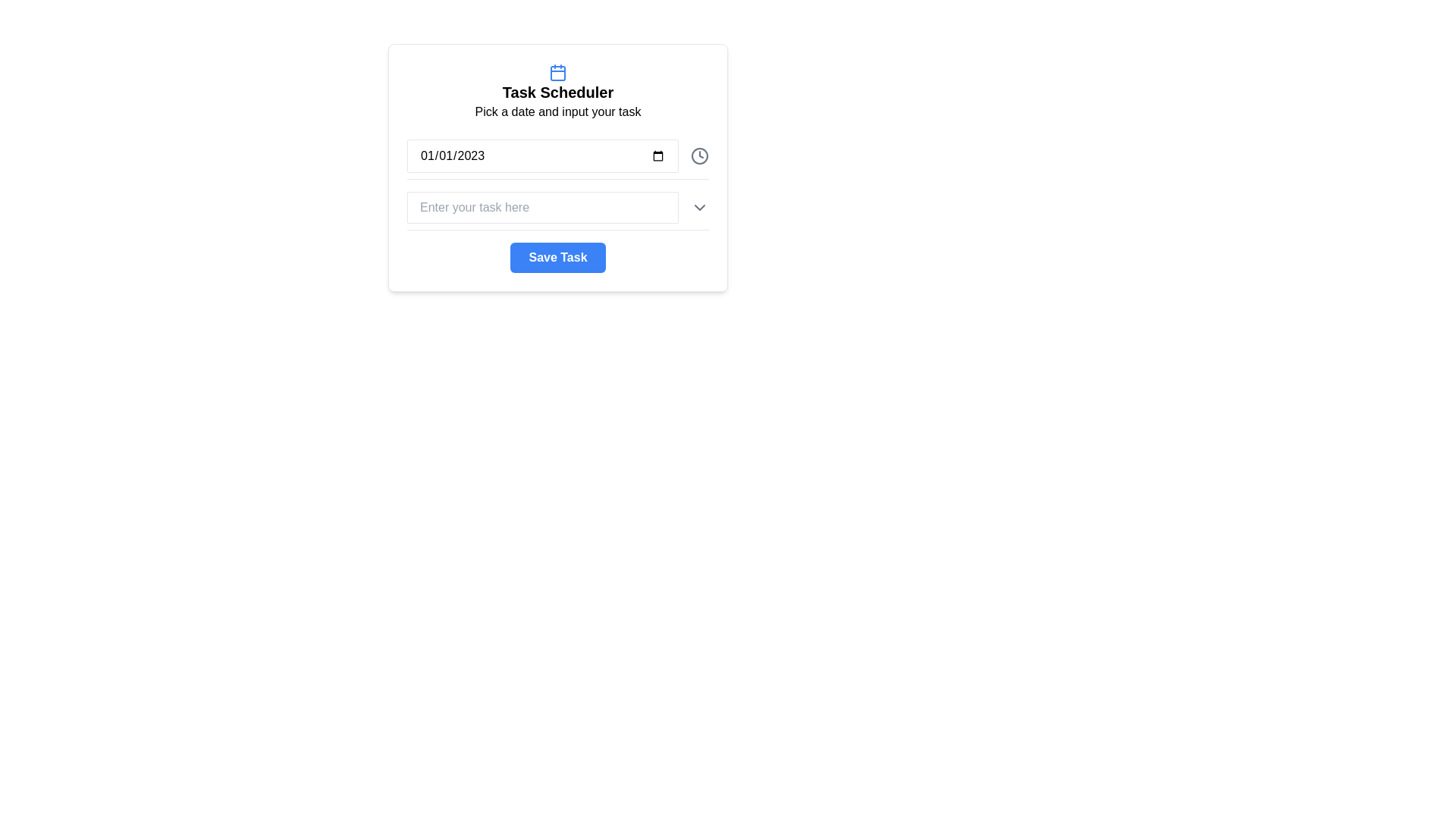 The image size is (1456, 819). What do you see at coordinates (698, 155) in the screenshot?
I see `the clock icon located to the right of the date input field` at bounding box center [698, 155].